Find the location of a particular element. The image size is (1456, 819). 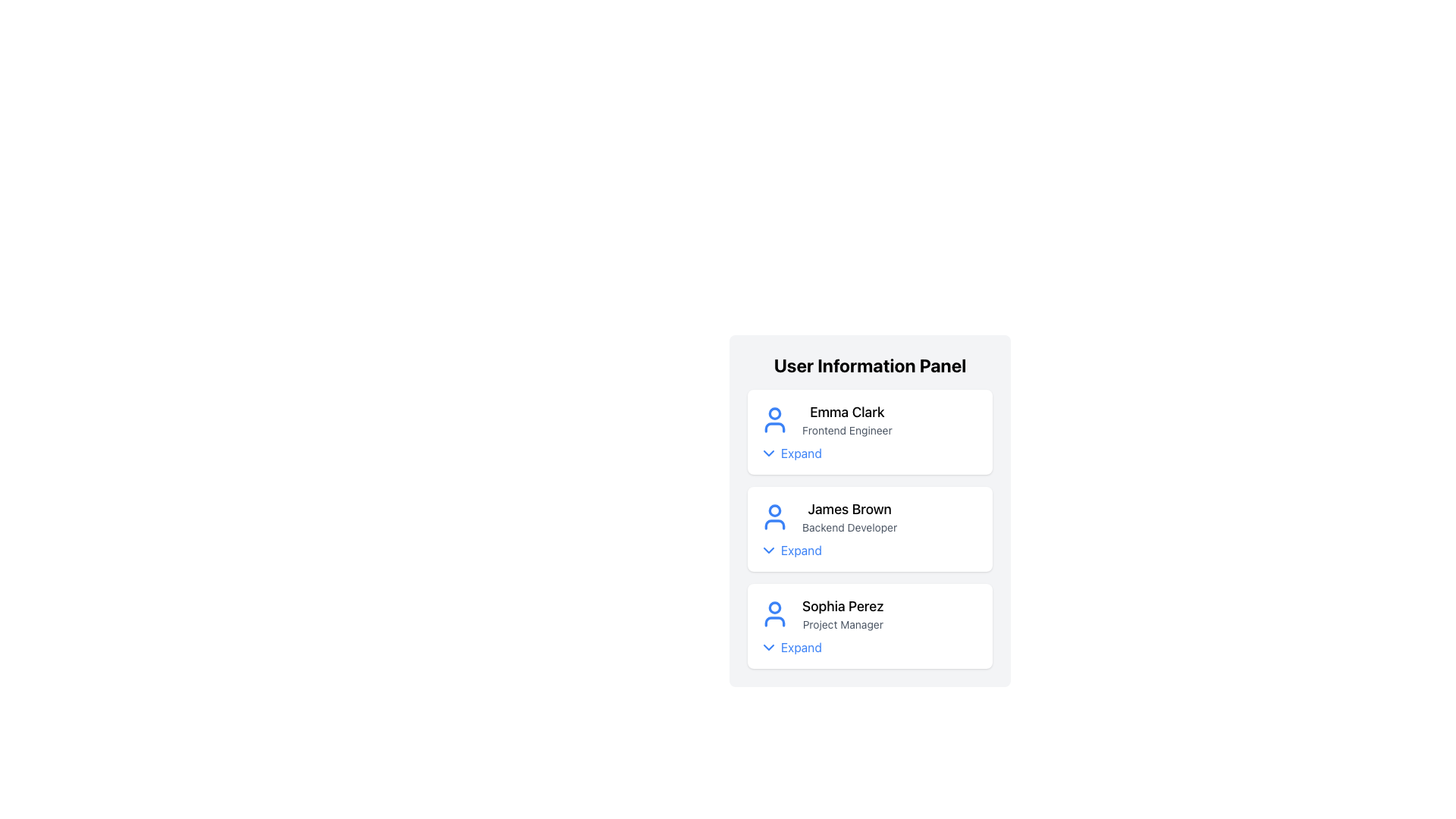

the text label displaying 'James Brown' in bold font, which is part of the user card layout within the 'User Information Panel' is located at coordinates (849, 516).